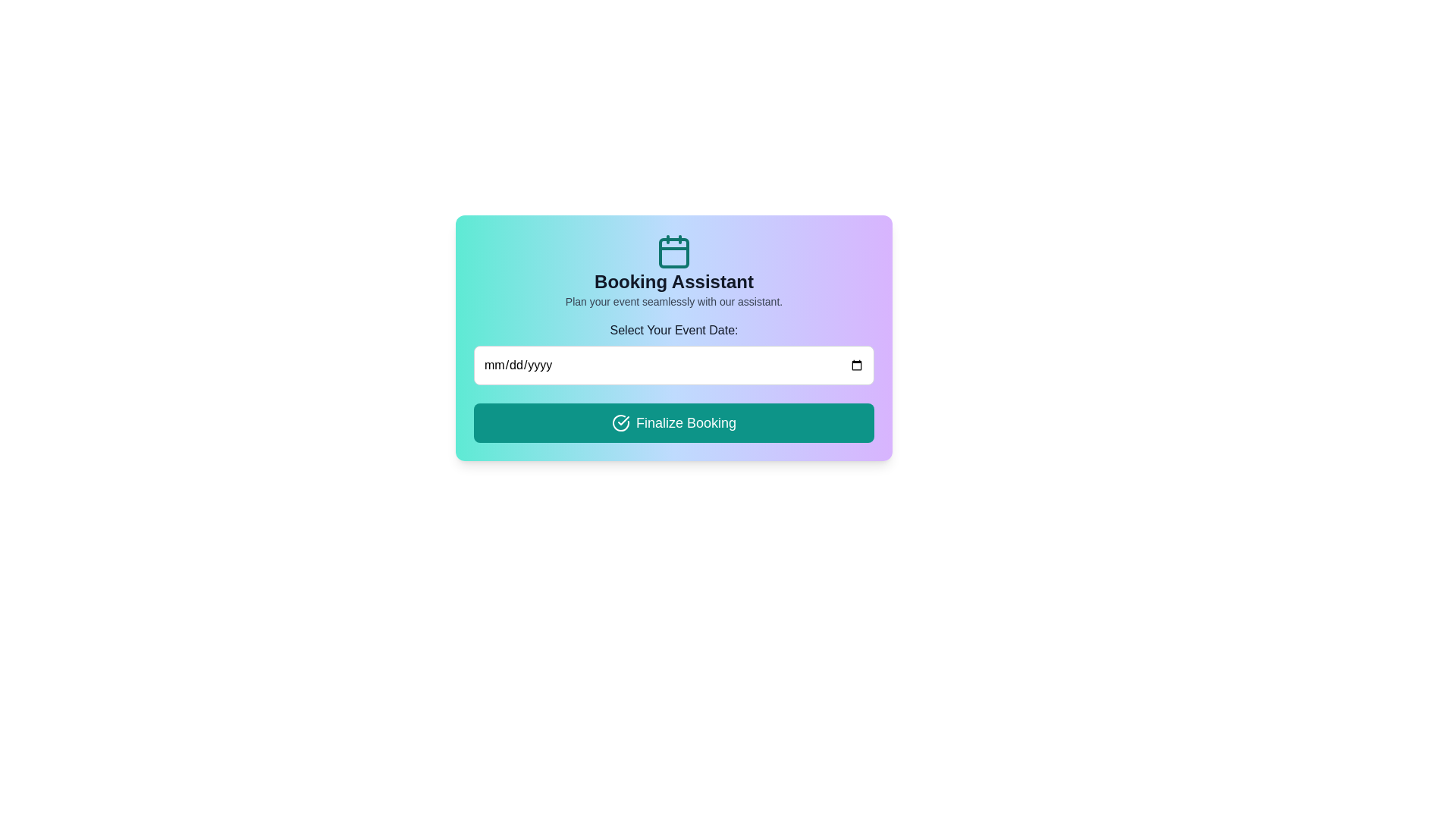  I want to click on the Decorative Icon within the 'Finalize Booking' button, which indicates successful completion or confirmation, so click(620, 423).